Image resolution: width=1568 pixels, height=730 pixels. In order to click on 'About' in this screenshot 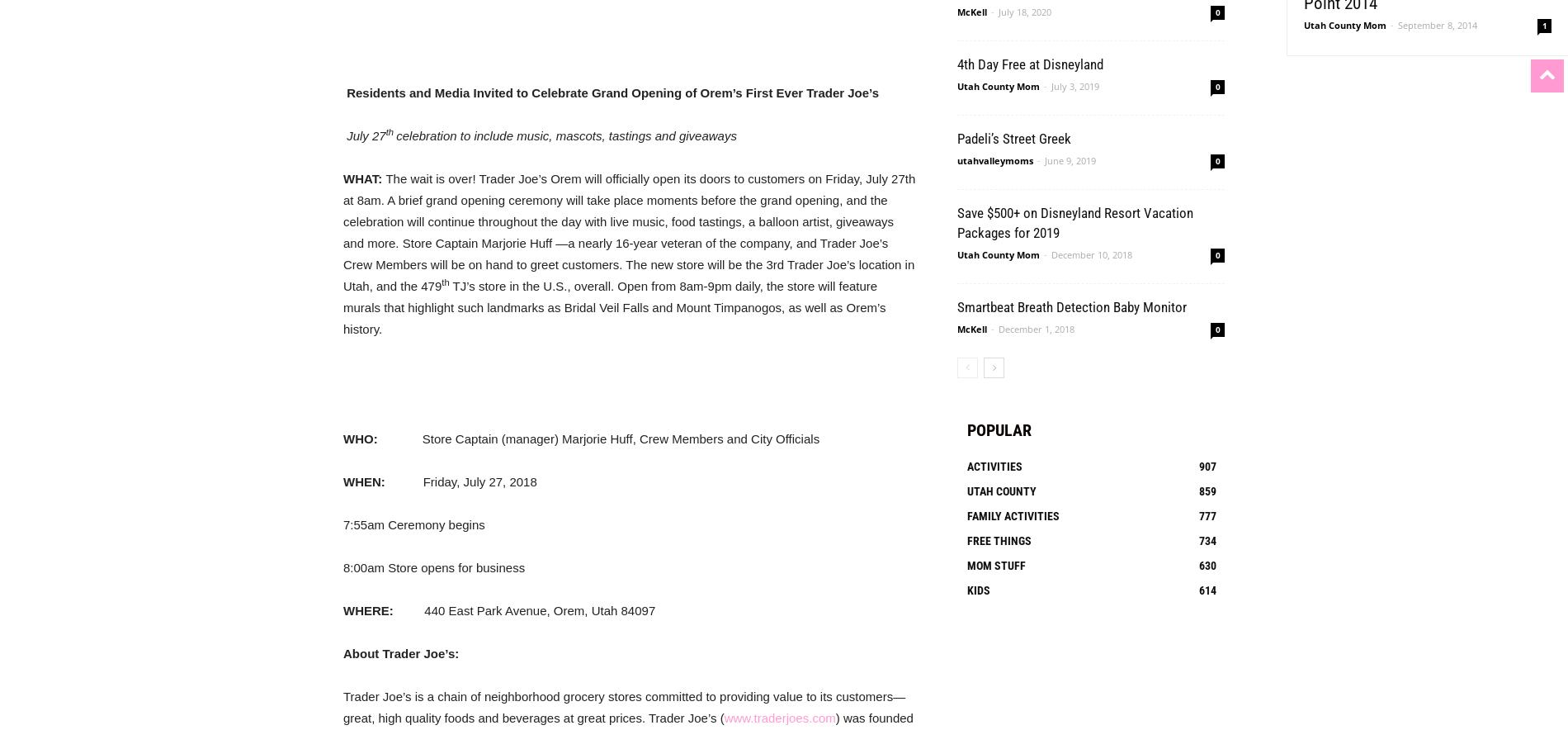, I will do `click(342, 652)`.